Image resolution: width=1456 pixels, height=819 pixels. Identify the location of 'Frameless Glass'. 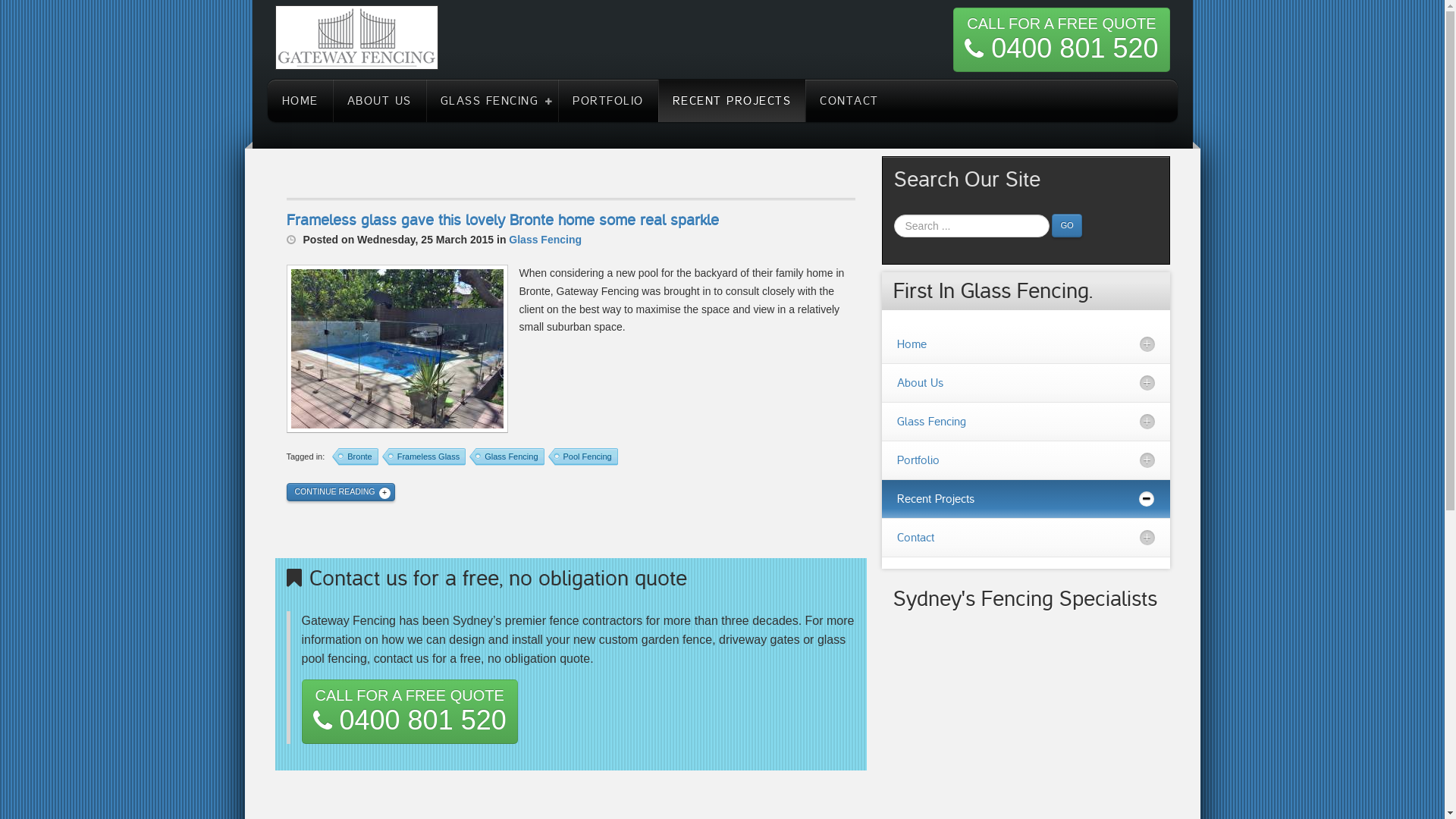
(382, 456).